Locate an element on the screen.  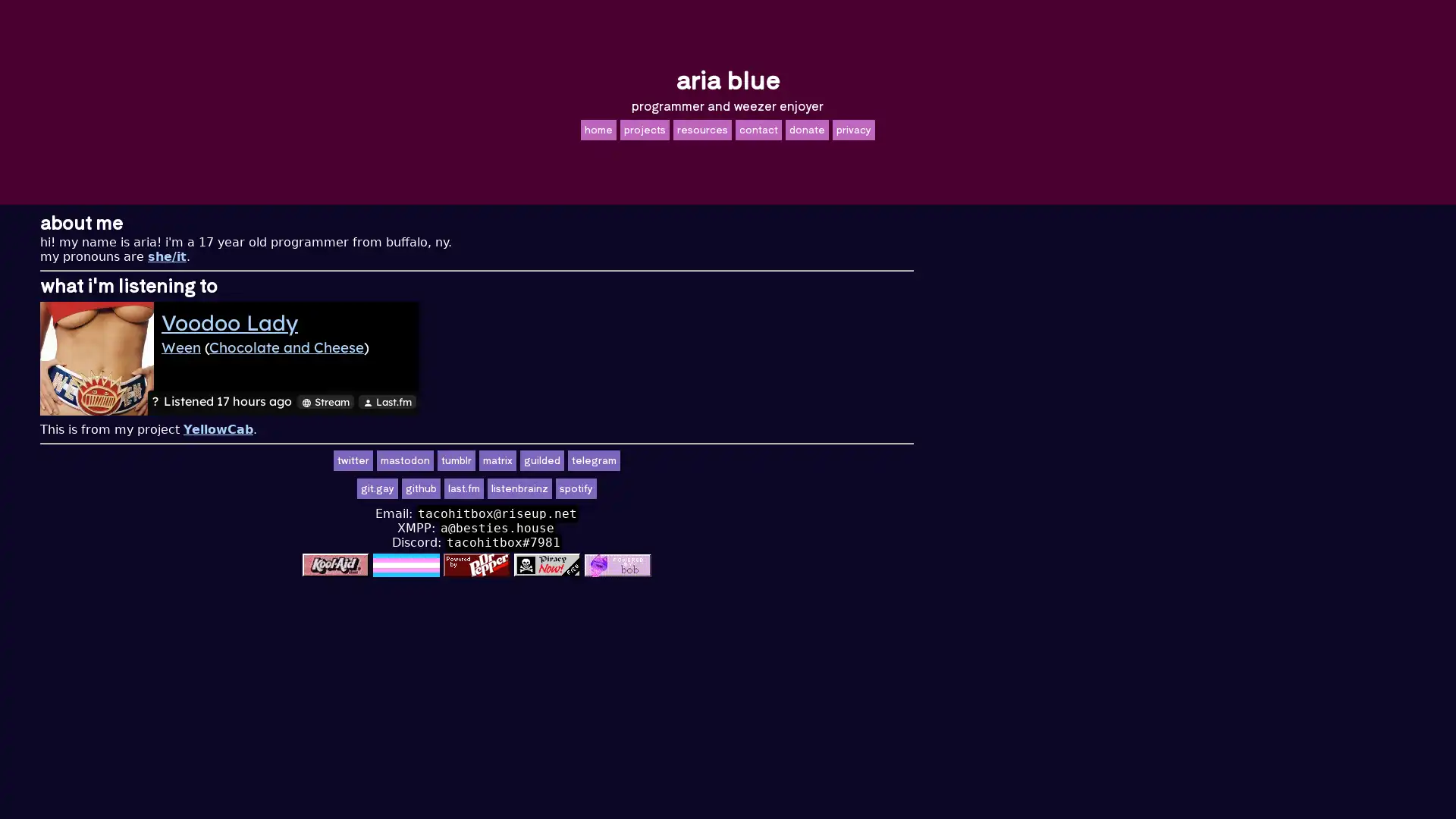
git.gay is located at coordinates (629, 488).